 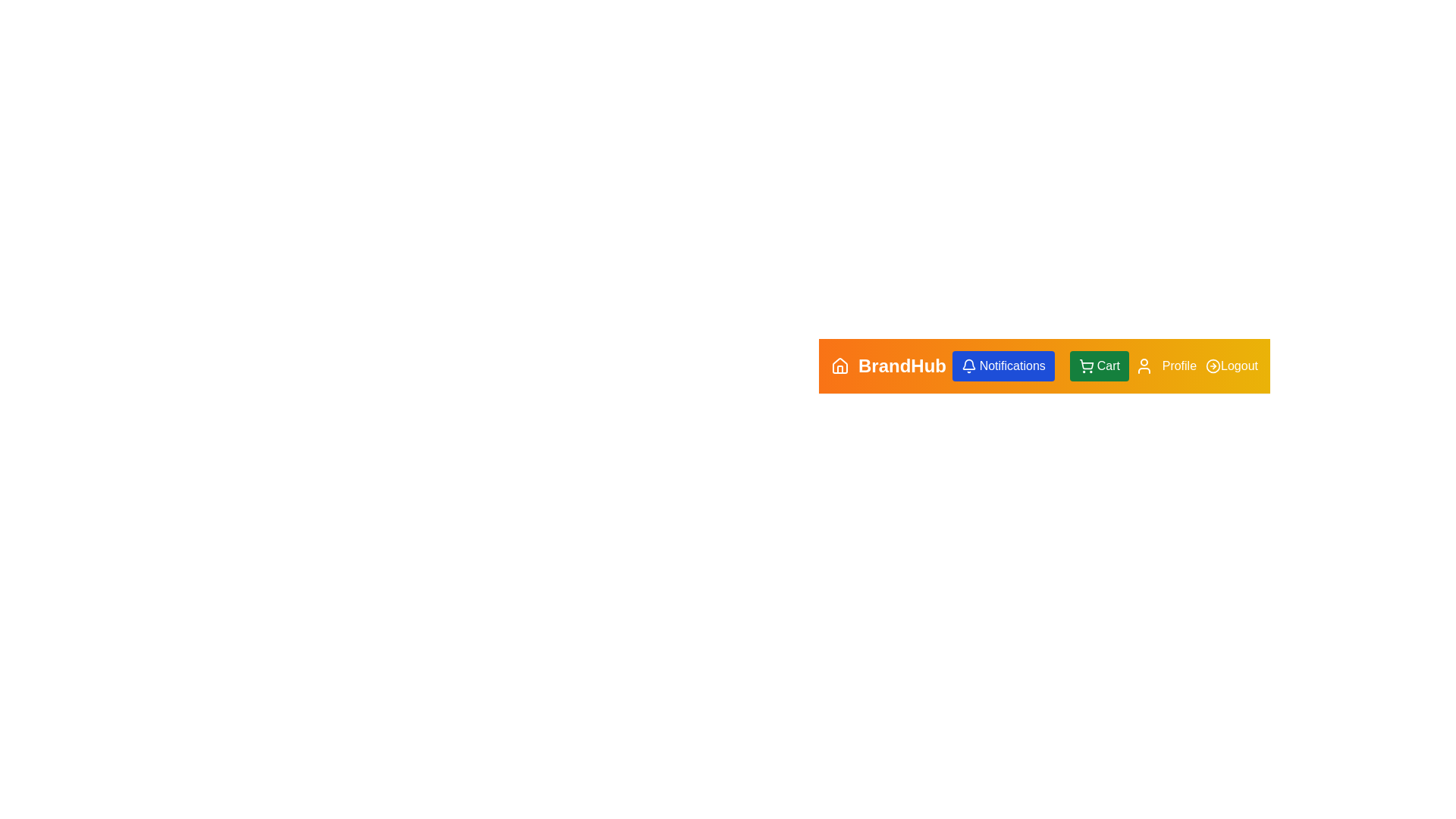 I want to click on the Profile icon to access user profile settings, so click(x=1144, y=366).